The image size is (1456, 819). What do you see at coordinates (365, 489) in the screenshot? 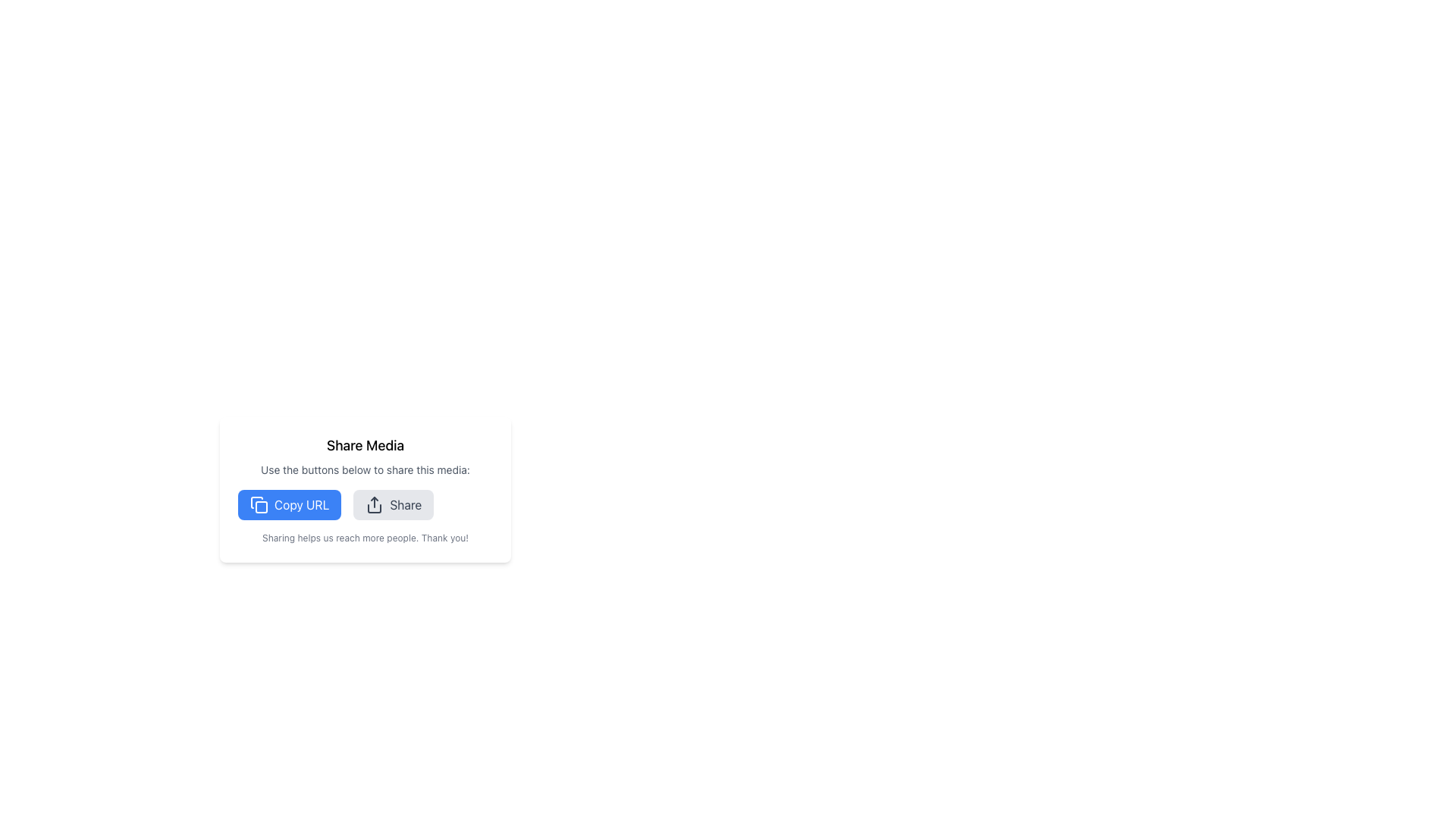
I see `the light-gray 'Share' button with rounded corners, which contains an upward arrow icon` at bounding box center [365, 489].